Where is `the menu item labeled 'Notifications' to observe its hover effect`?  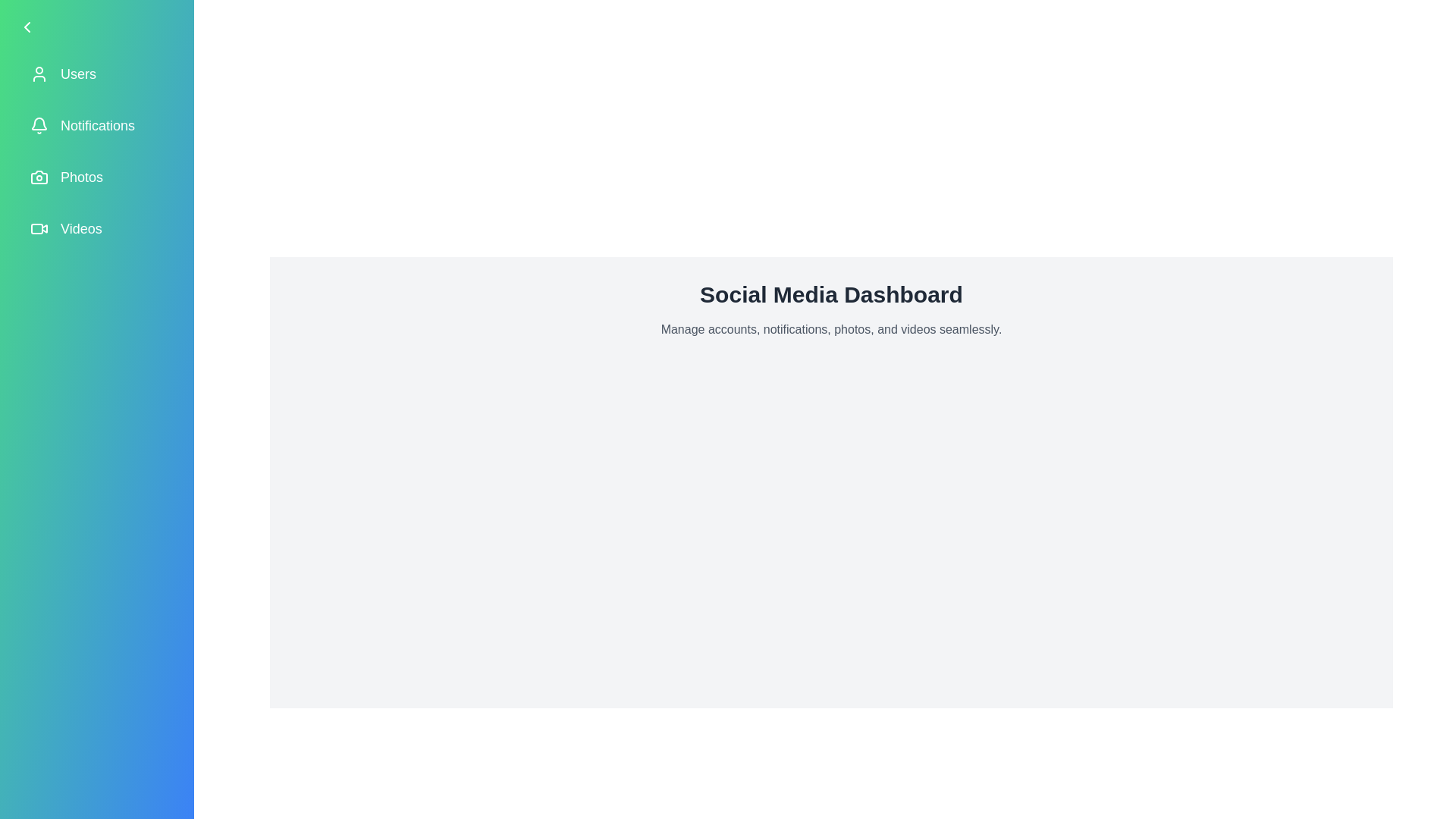 the menu item labeled 'Notifications' to observe its hover effect is located at coordinates (96, 124).